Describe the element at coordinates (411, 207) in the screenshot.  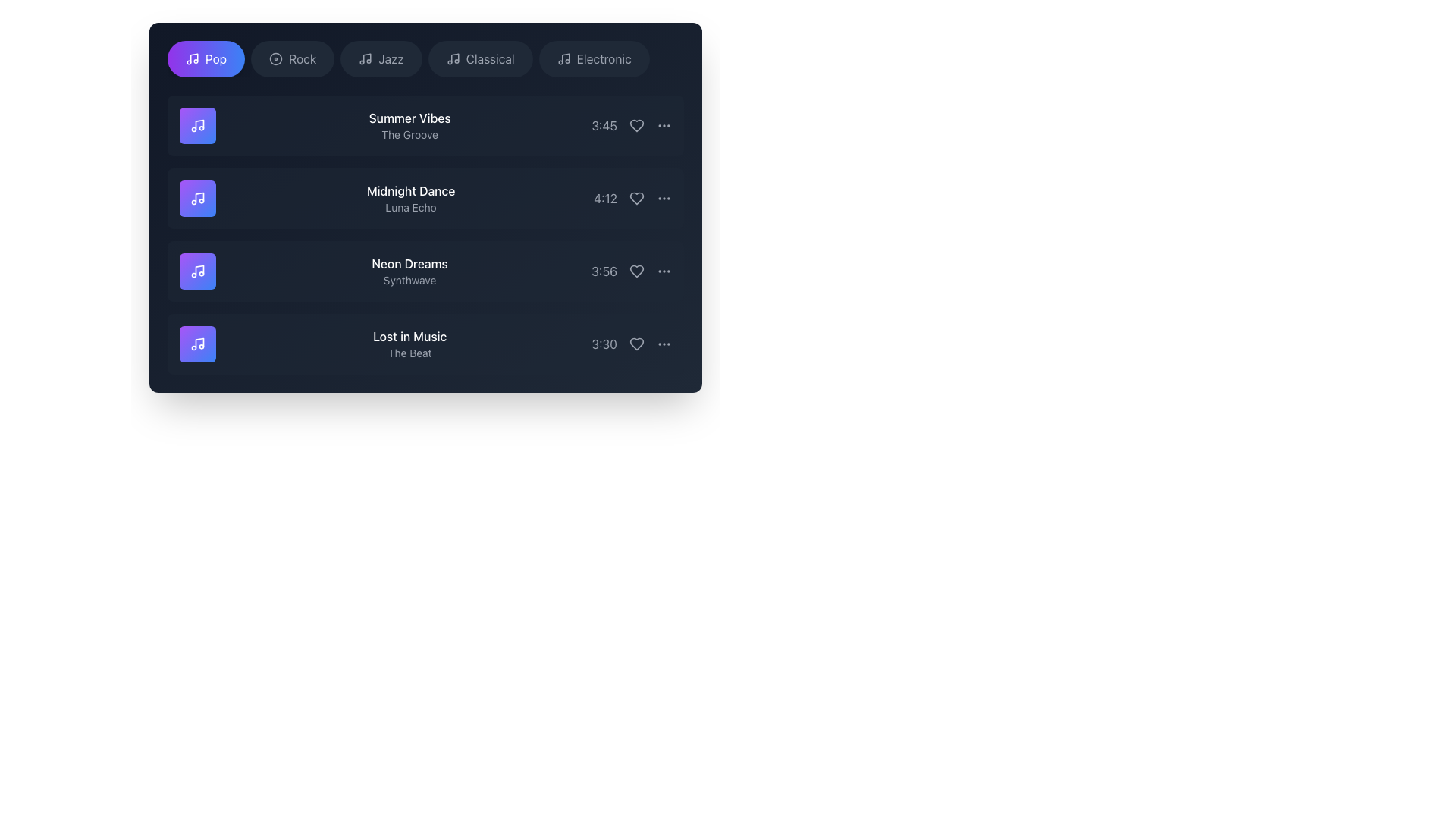
I see `the text label 'Luna Echo' that provides additional context for the song title 'Midnight Dance', located just below the title in the song listing` at that location.